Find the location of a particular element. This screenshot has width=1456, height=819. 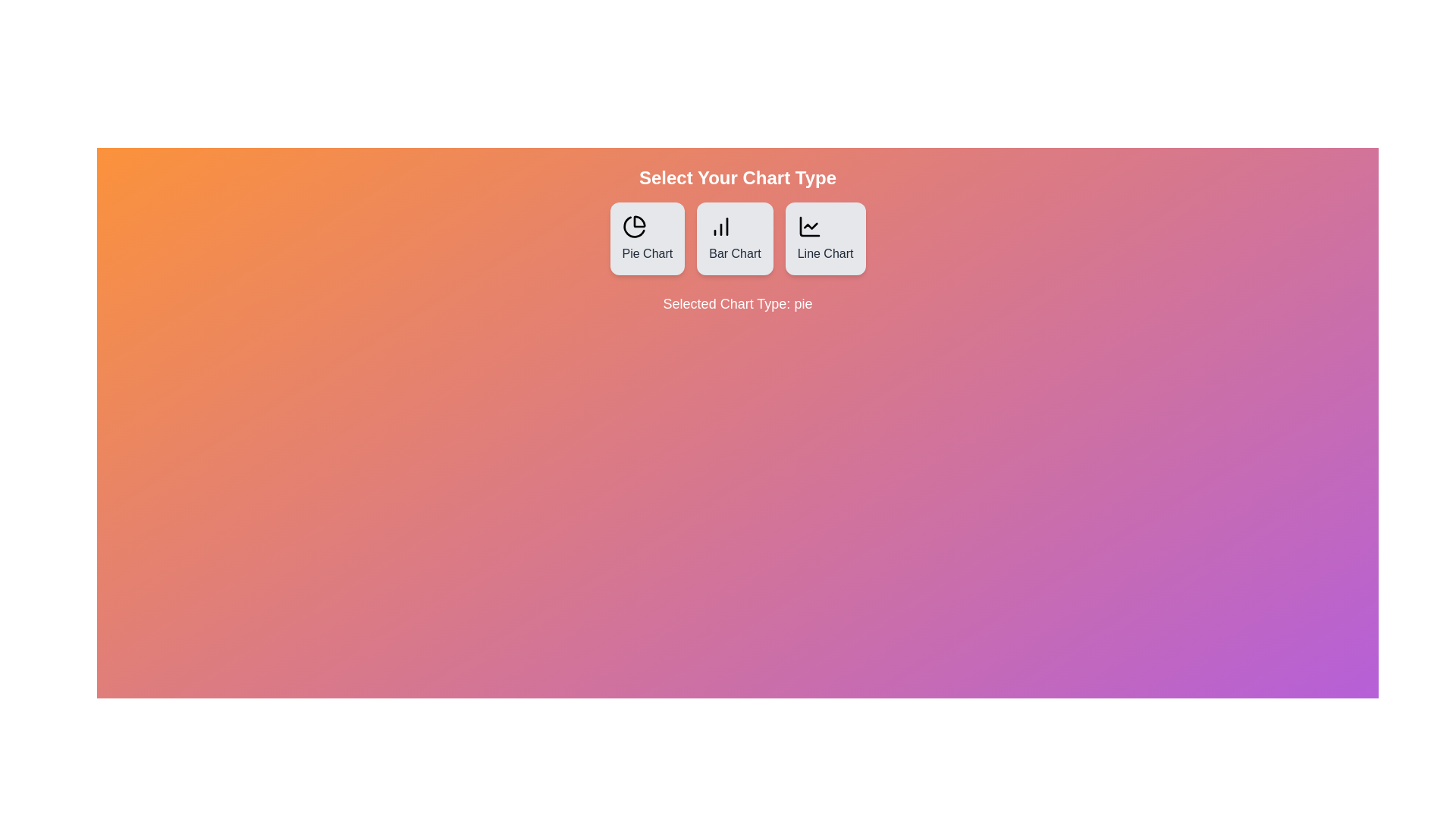

the button corresponding to the Bar Chart chart is located at coordinates (735, 239).